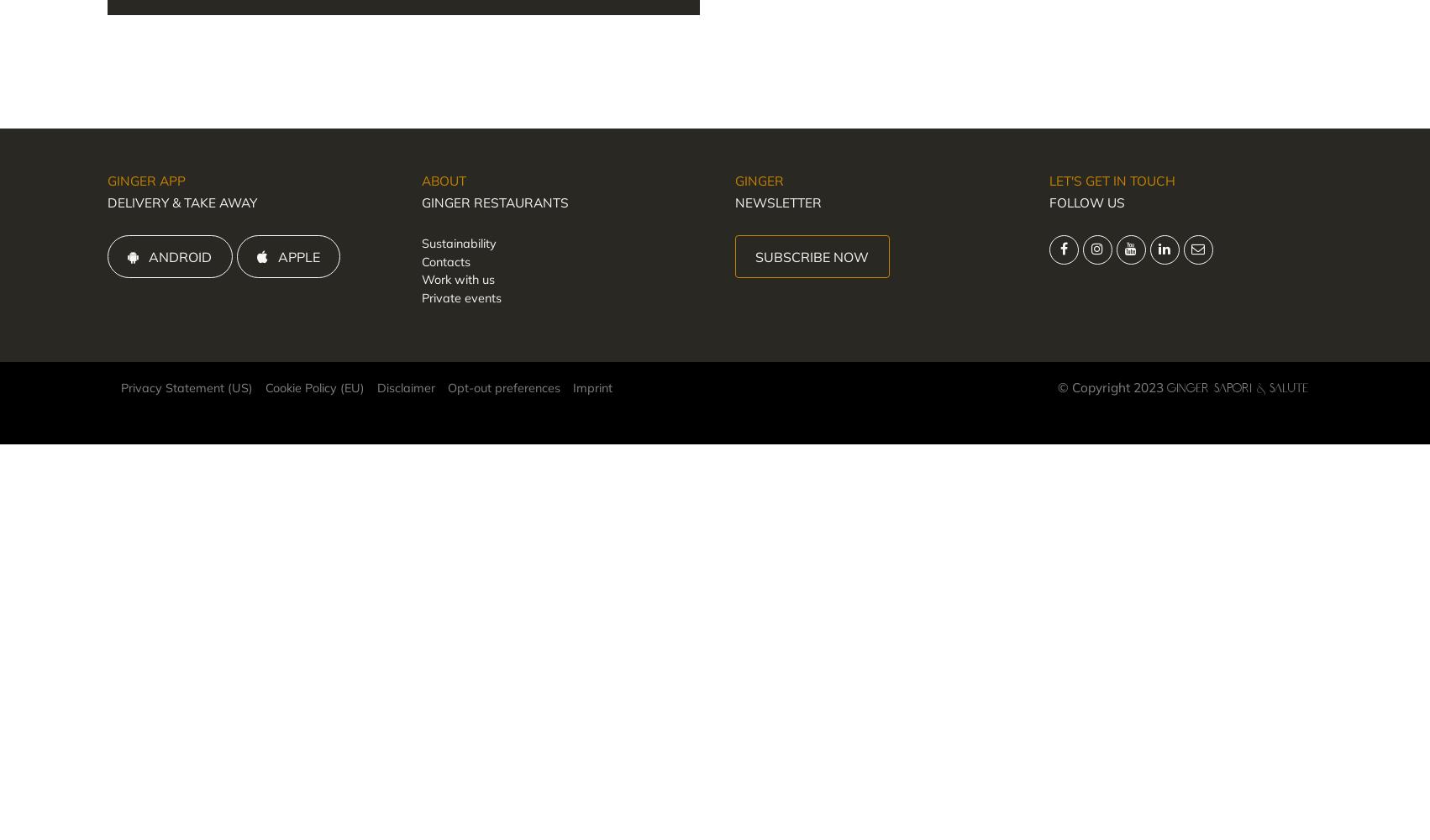 The height and width of the screenshot is (840, 1430). What do you see at coordinates (186, 386) in the screenshot?
I see `'Privacy Statement (US)'` at bounding box center [186, 386].